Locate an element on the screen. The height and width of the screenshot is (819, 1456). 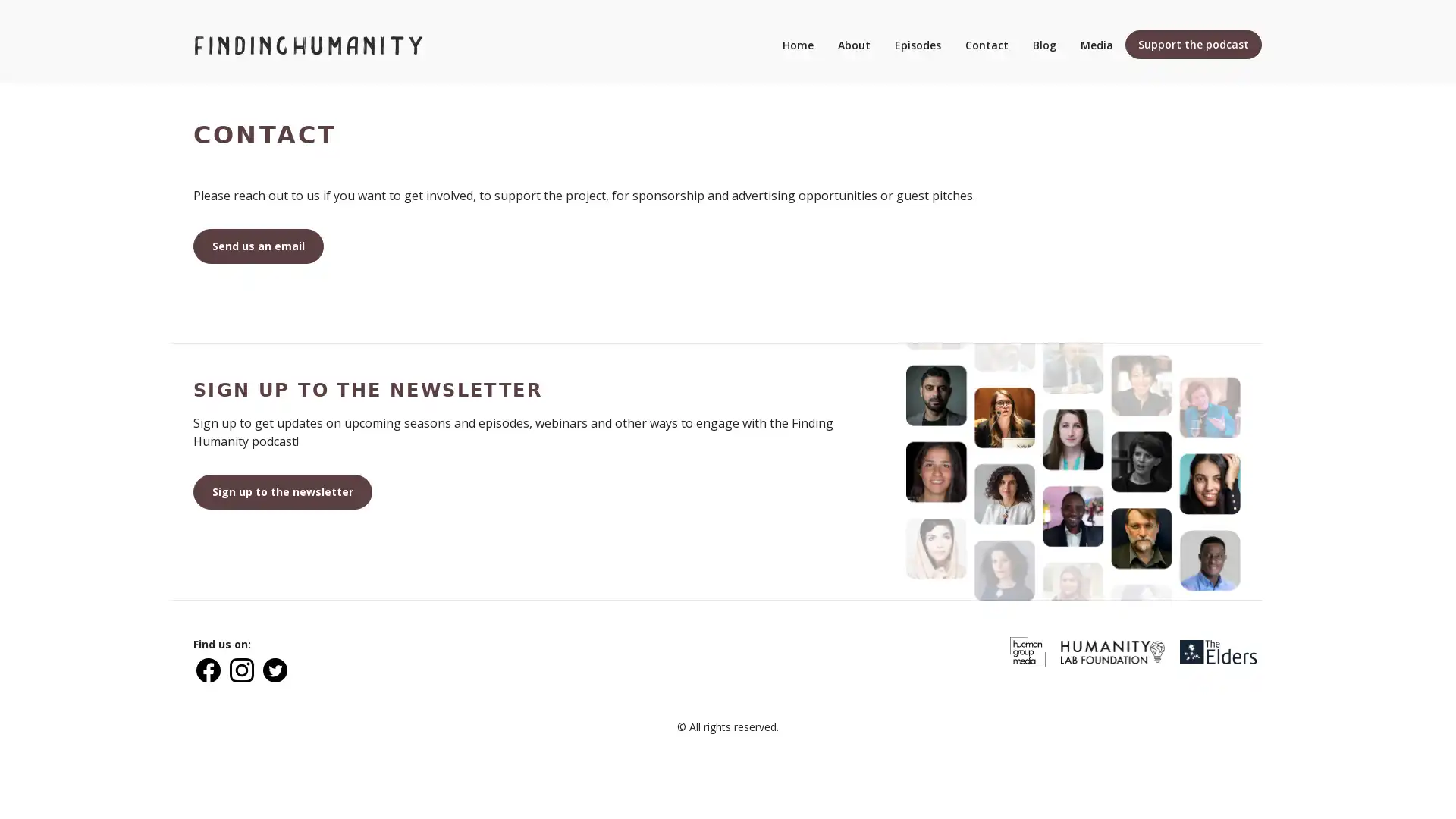
Sign up to the newsletter is located at coordinates (283, 491).